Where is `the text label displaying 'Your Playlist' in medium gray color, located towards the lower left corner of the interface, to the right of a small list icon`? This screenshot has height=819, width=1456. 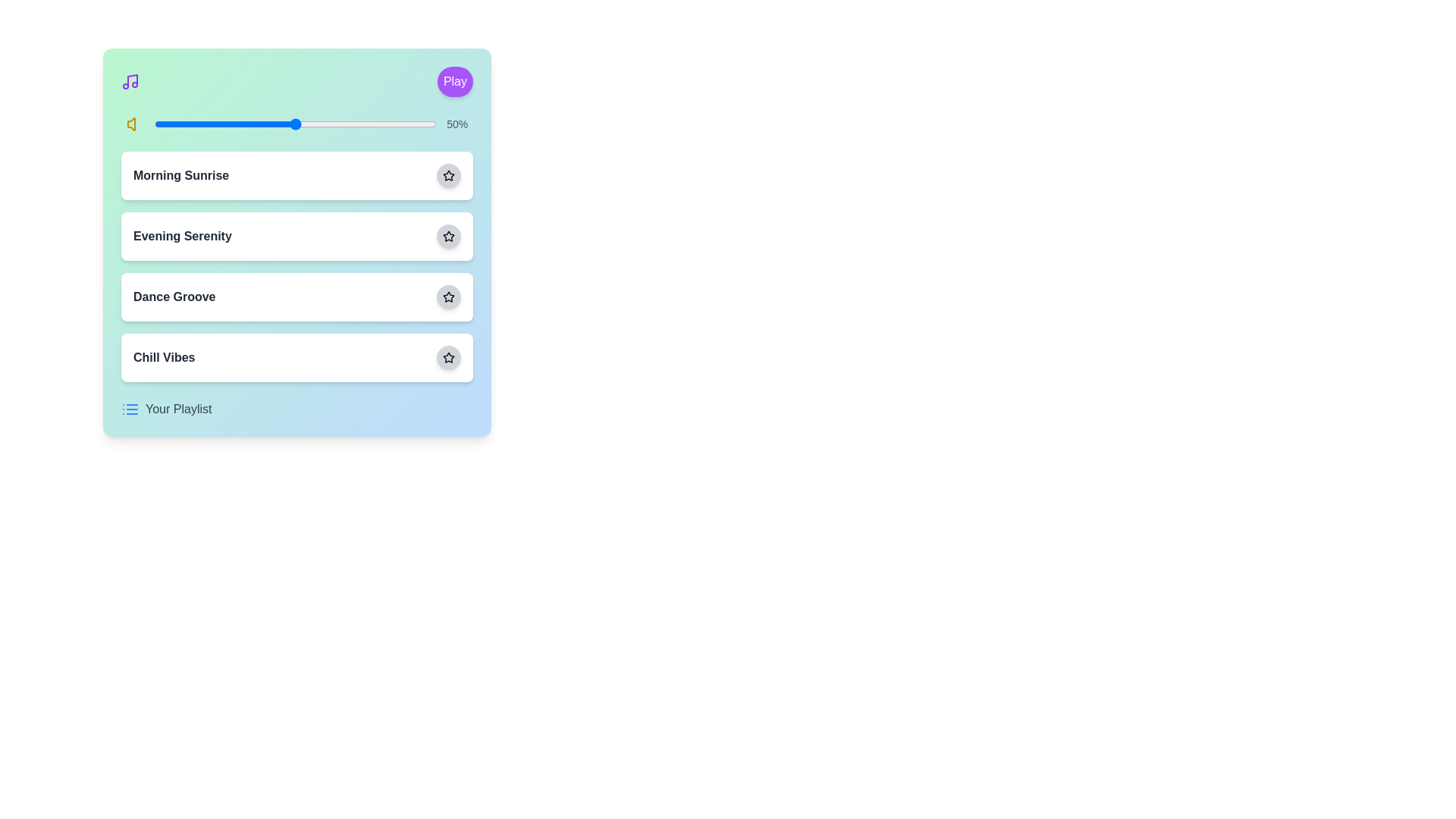
the text label displaying 'Your Playlist' in medium gray color, located towards the lower left corner of the interface, to the right of a small list icon is located at coordinates (178, 409).